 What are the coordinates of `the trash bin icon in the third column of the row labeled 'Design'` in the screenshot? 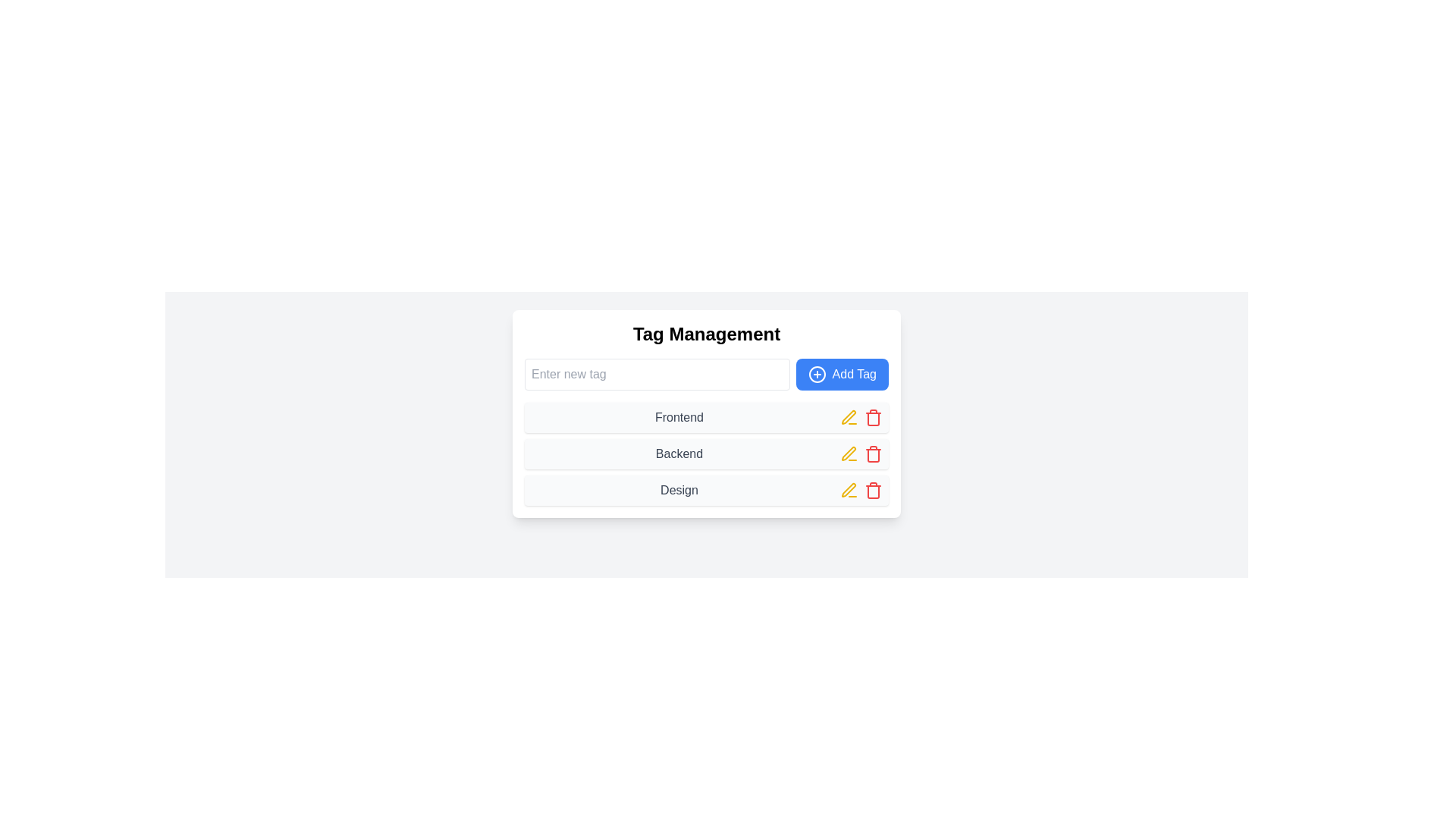 It's located at (874, 491).